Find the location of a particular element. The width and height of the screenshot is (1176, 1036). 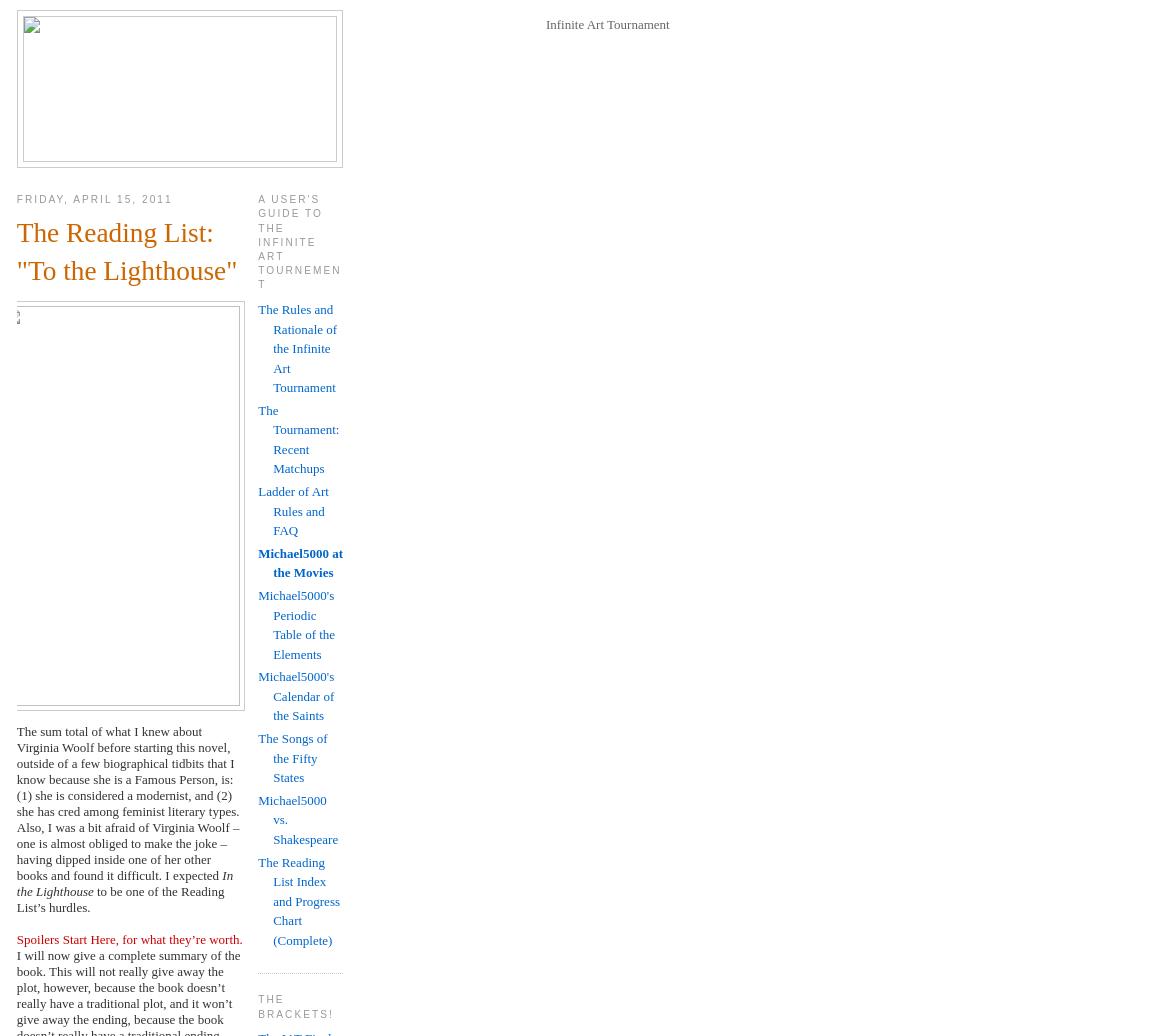

'The Reading List: "To the Lighthouse"' is located at coordinates (126, 251).